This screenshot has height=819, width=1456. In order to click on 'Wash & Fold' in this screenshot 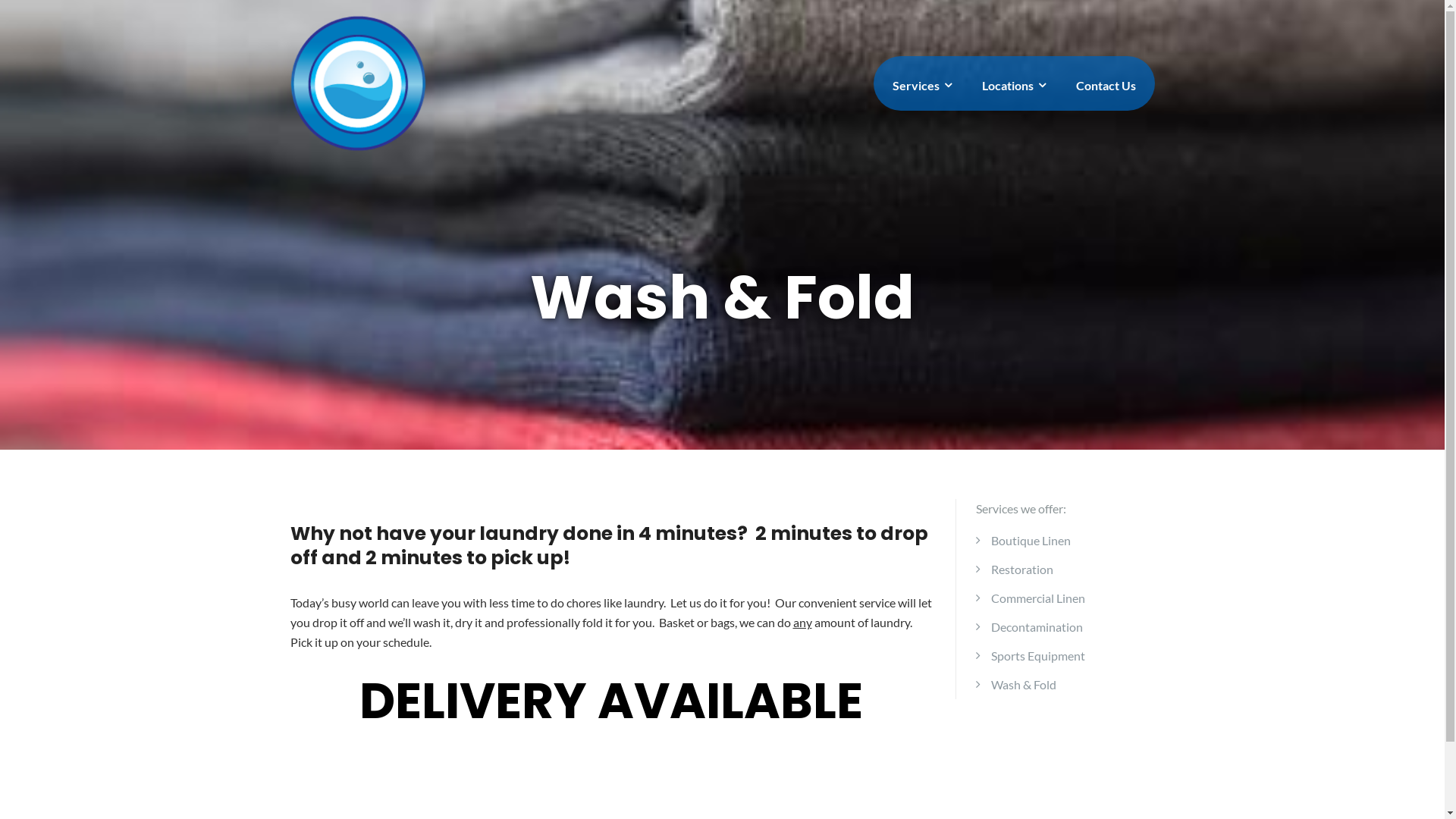, I will do `click(1023, 684)`.